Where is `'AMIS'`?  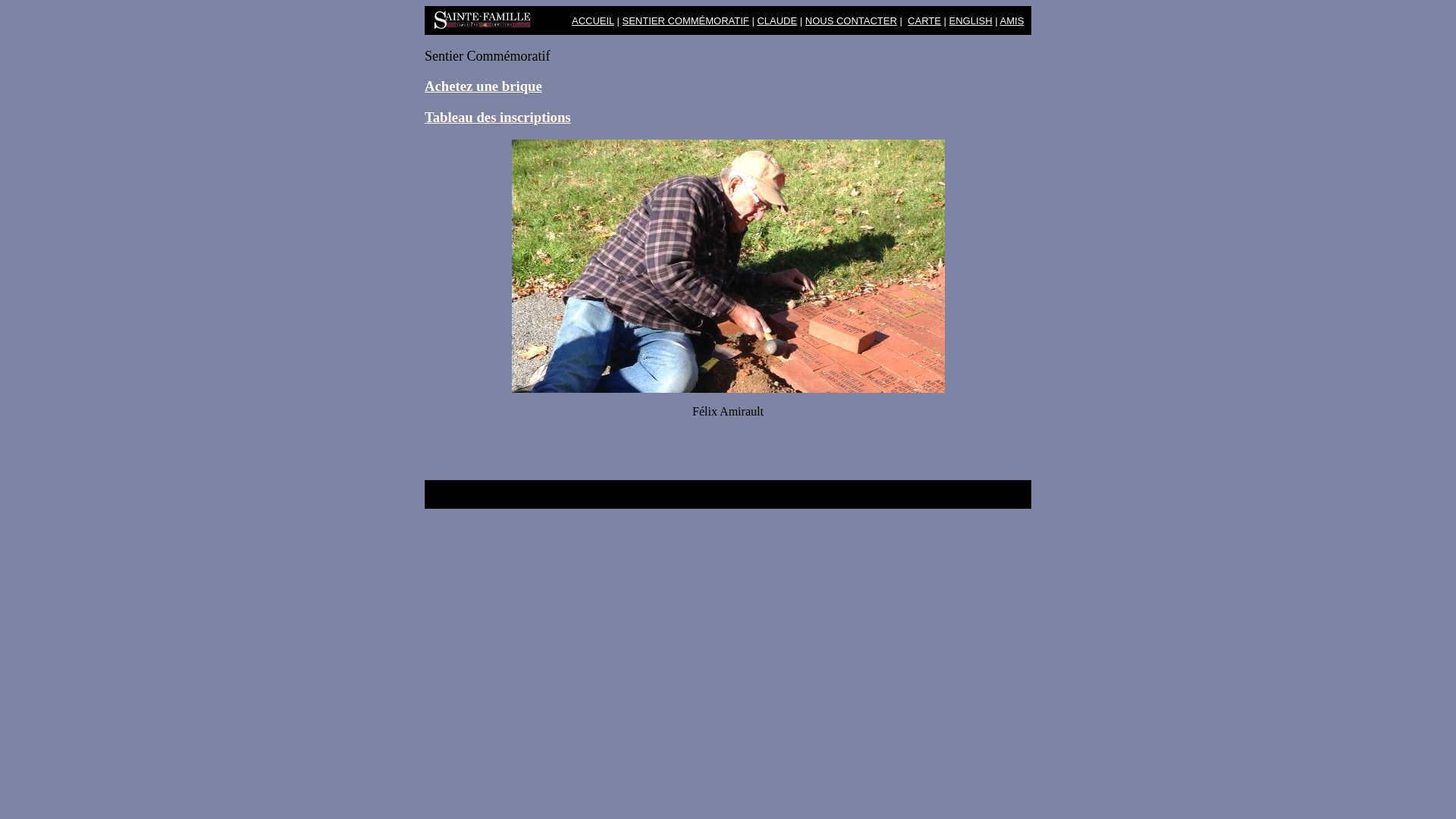 'AMIS' is located at coordinates (1012, 20).